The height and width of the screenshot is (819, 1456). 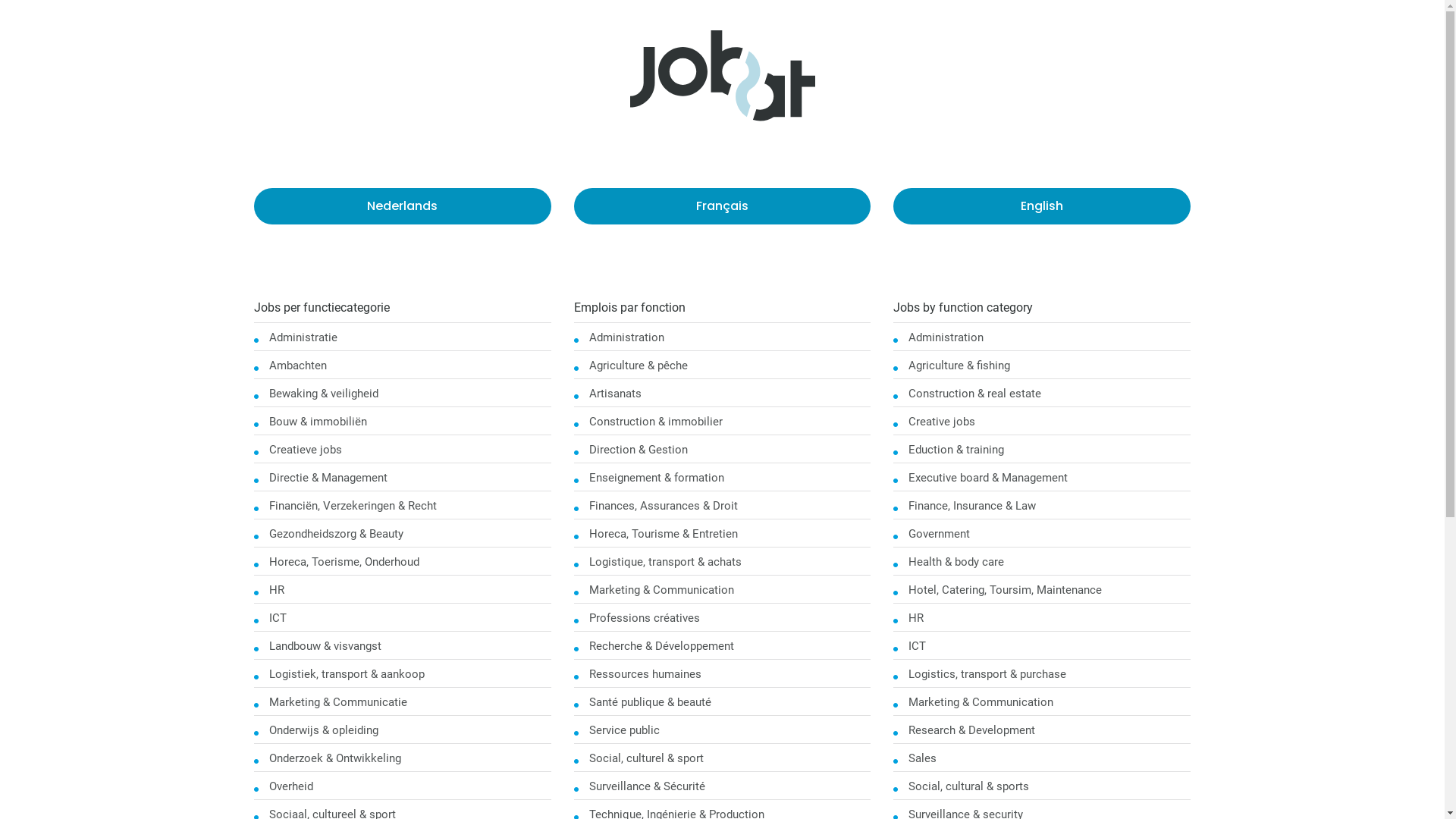 I want to click on 'Artisanats', so click(x=615, y=393).